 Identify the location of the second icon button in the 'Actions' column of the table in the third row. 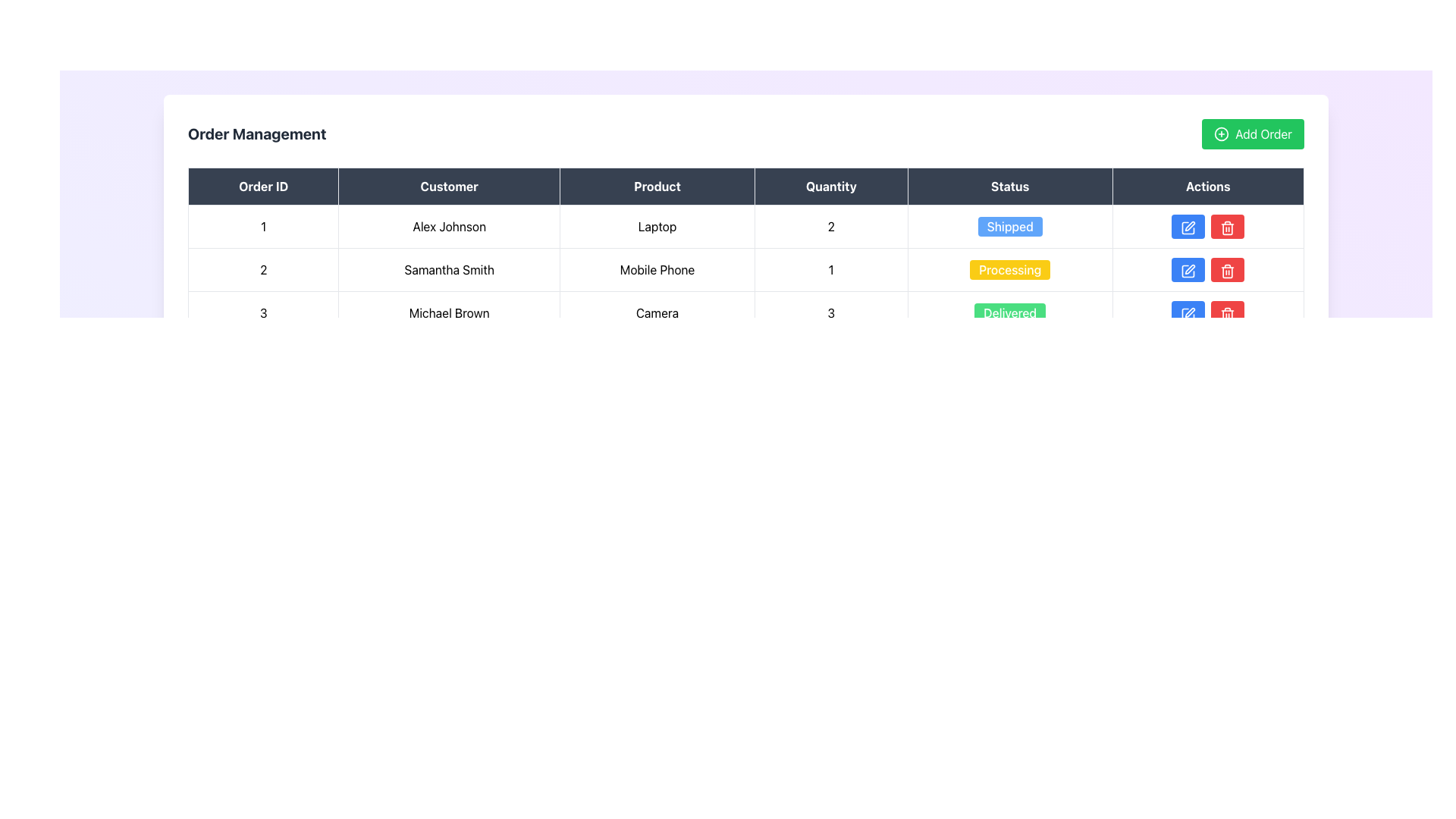
(1228, 227).